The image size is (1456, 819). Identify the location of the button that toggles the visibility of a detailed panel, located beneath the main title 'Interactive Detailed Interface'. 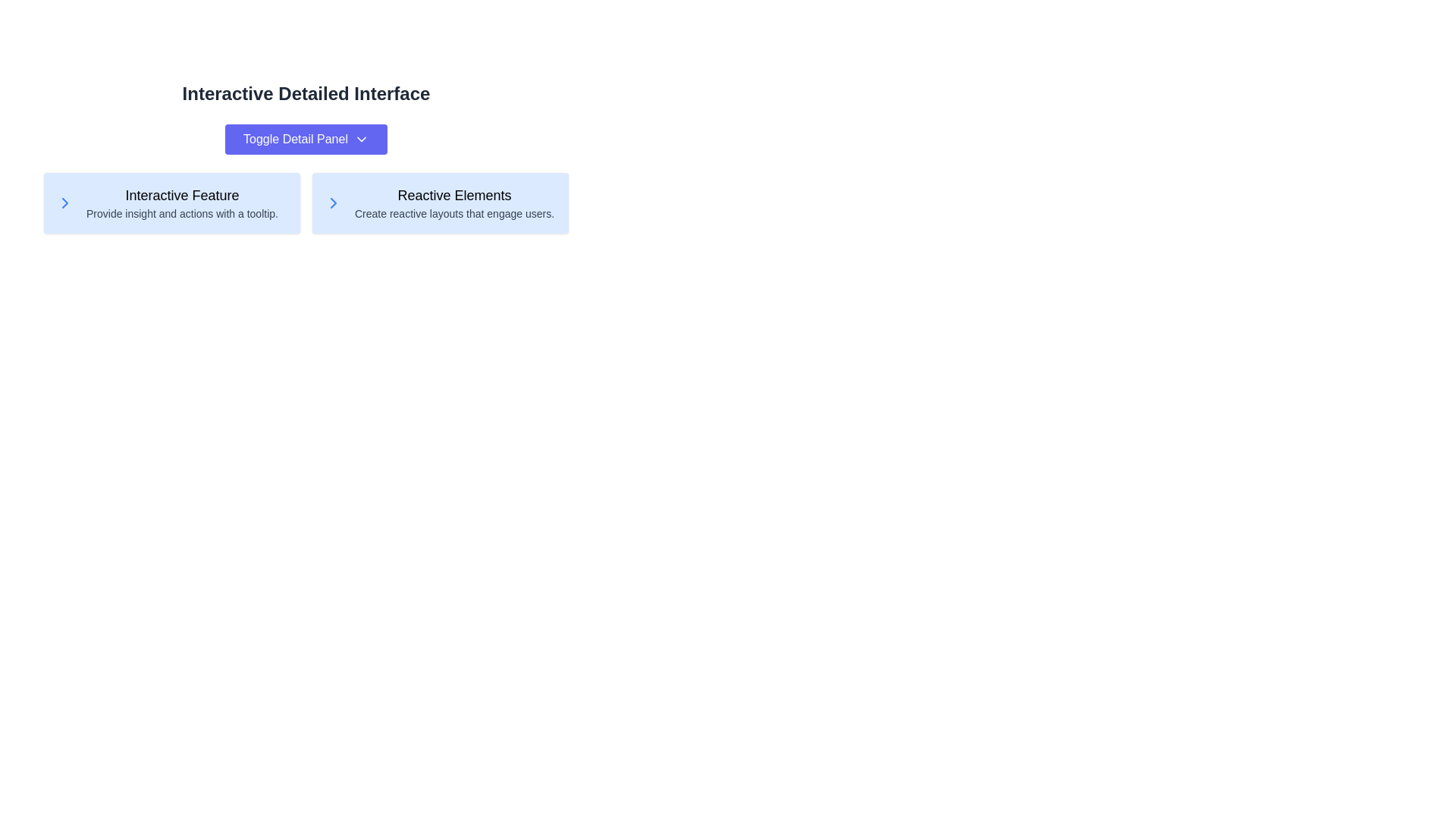
(305, 140).